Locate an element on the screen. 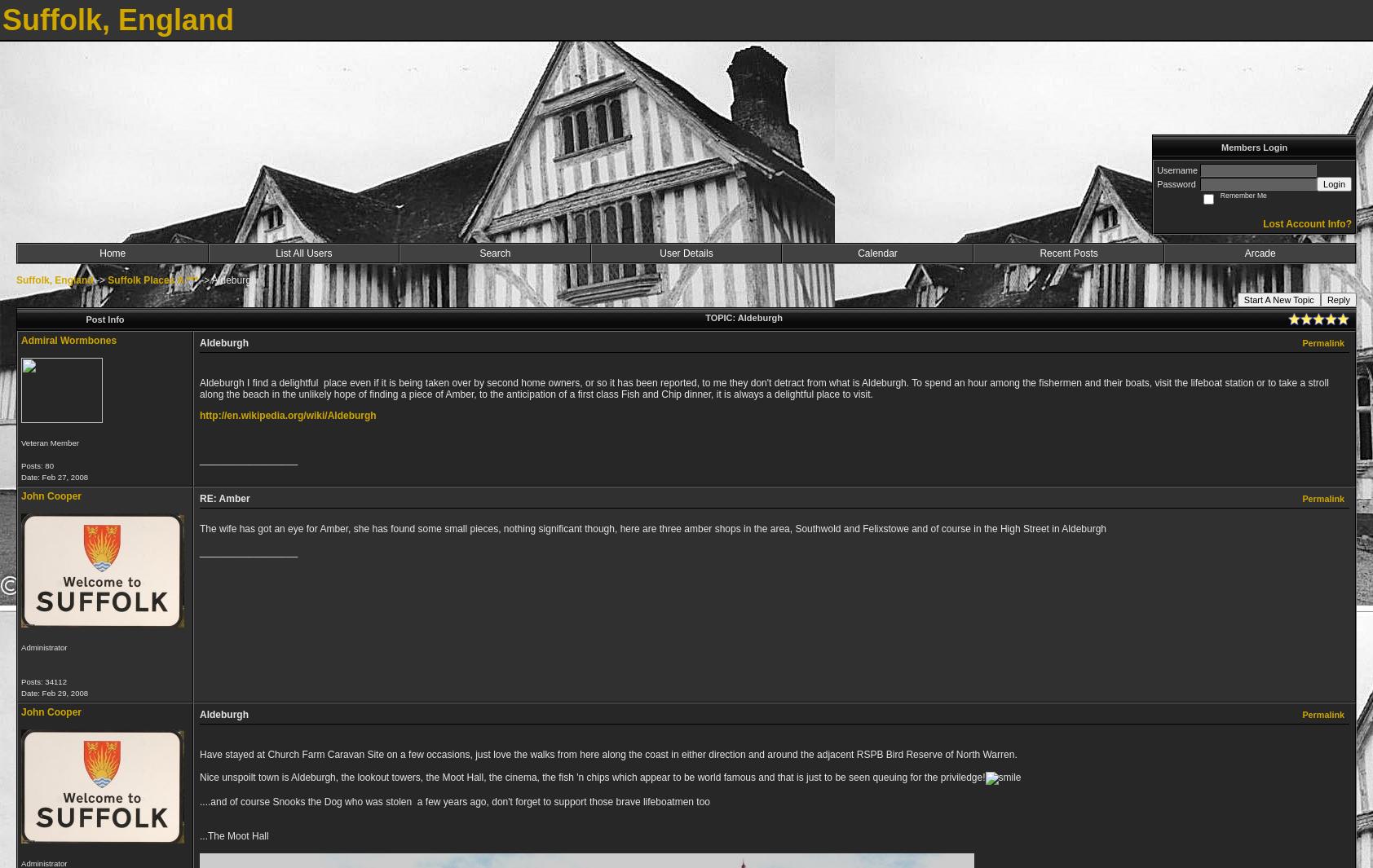 This screenshot has height=868, width=1373. 'Password' is located at coordinates (1155, 183).